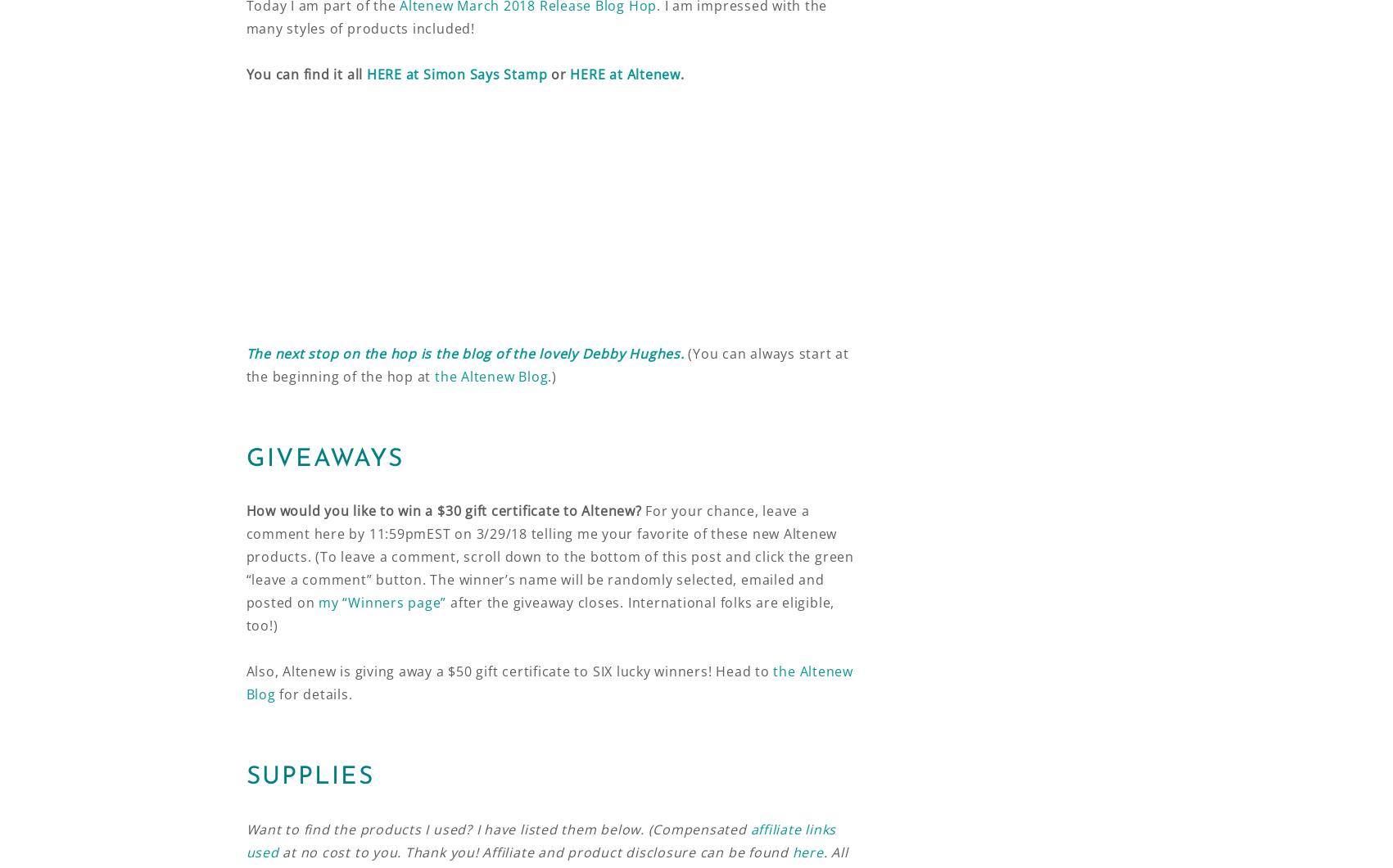 This screenshot has height=868, width=1393. I want to click on 'SUPPLIES', so click(308, 776).